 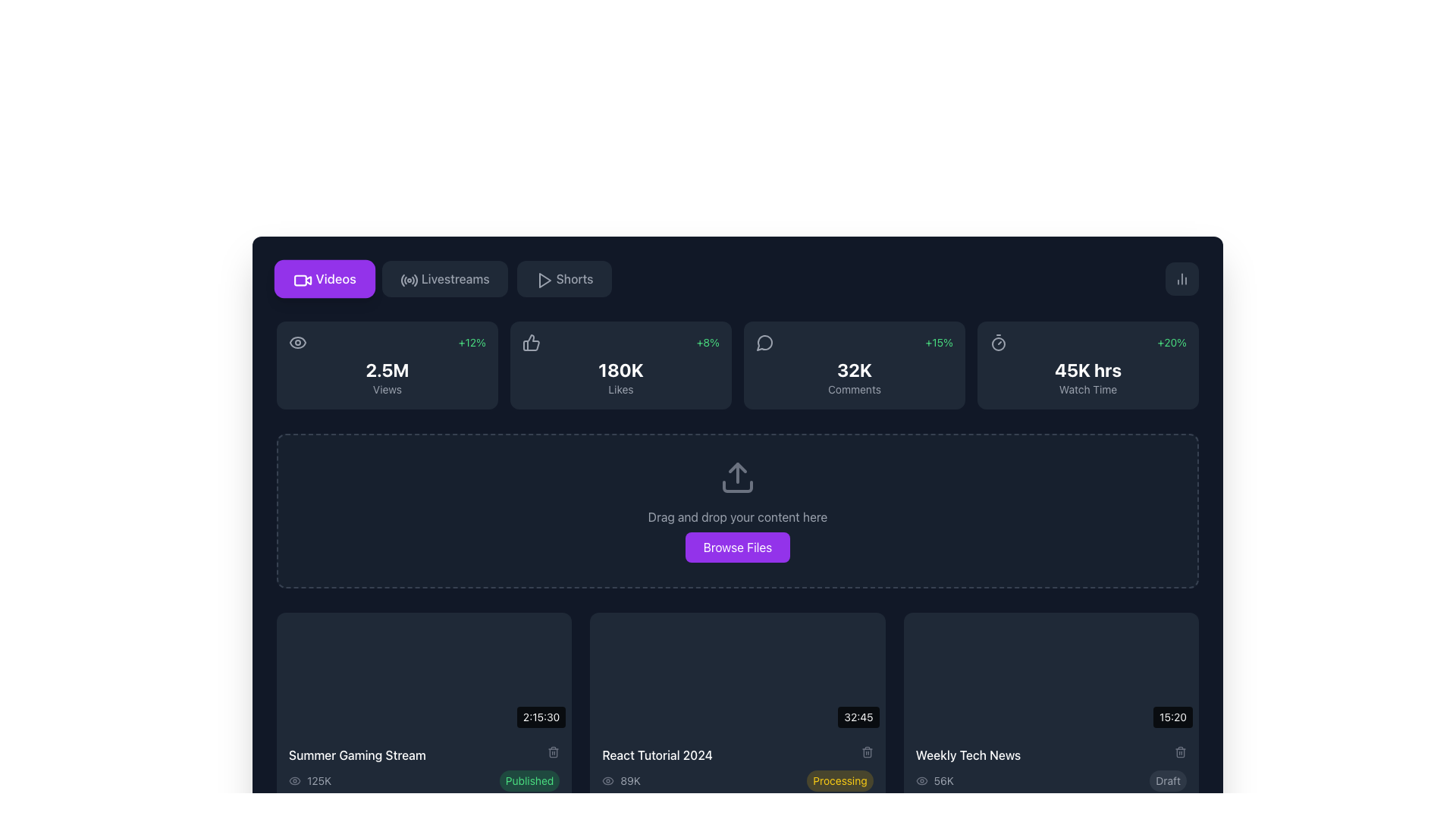 I want to click on the '+8%' text label located at the top right corner of the '180K Likes' card, which indicates a positive percentage change in likes, so click(x=707, y=342).